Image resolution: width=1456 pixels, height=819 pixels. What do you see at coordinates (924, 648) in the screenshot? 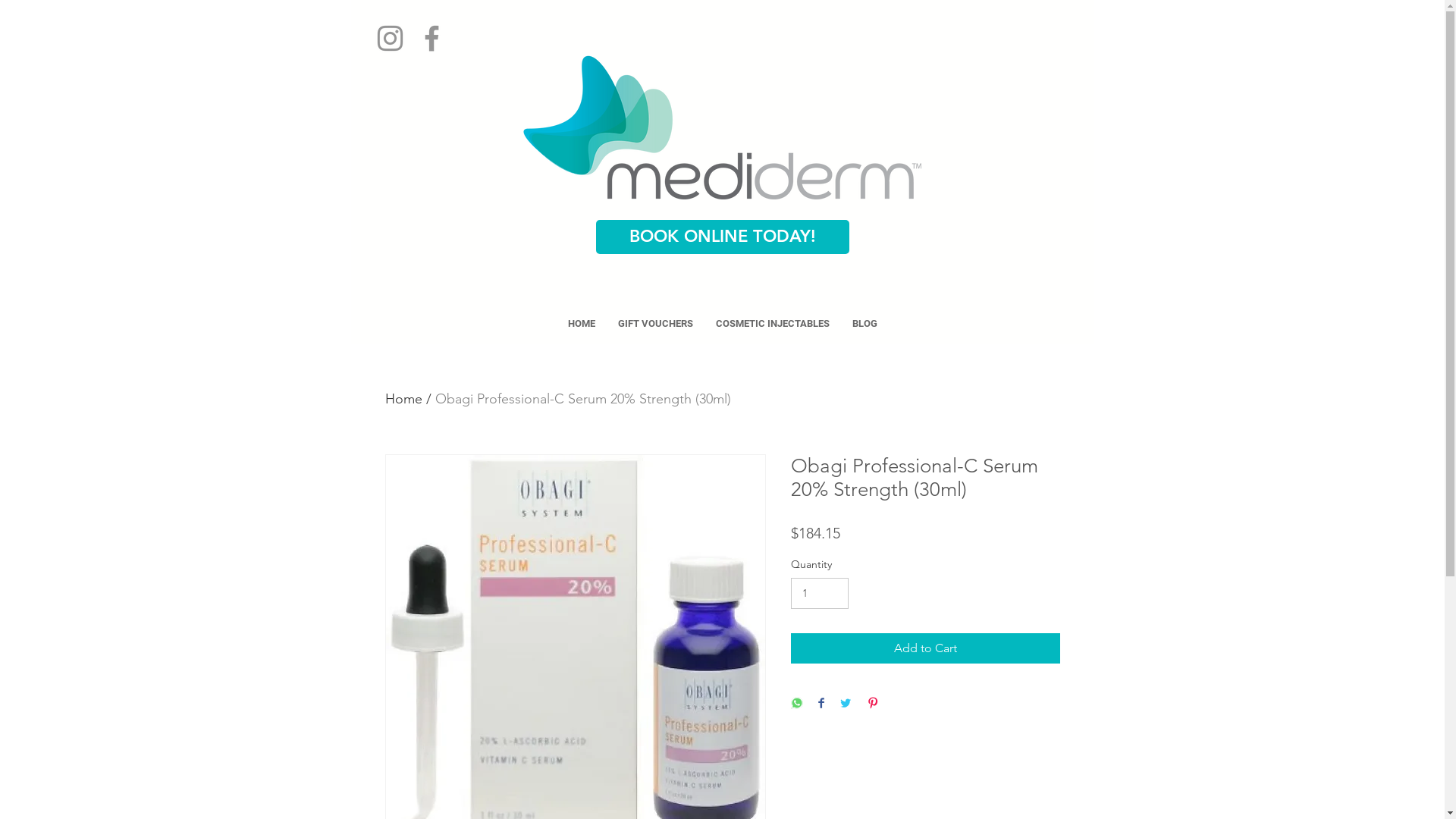
I see `'Add to Cart'` at bounding box center [924, 648].